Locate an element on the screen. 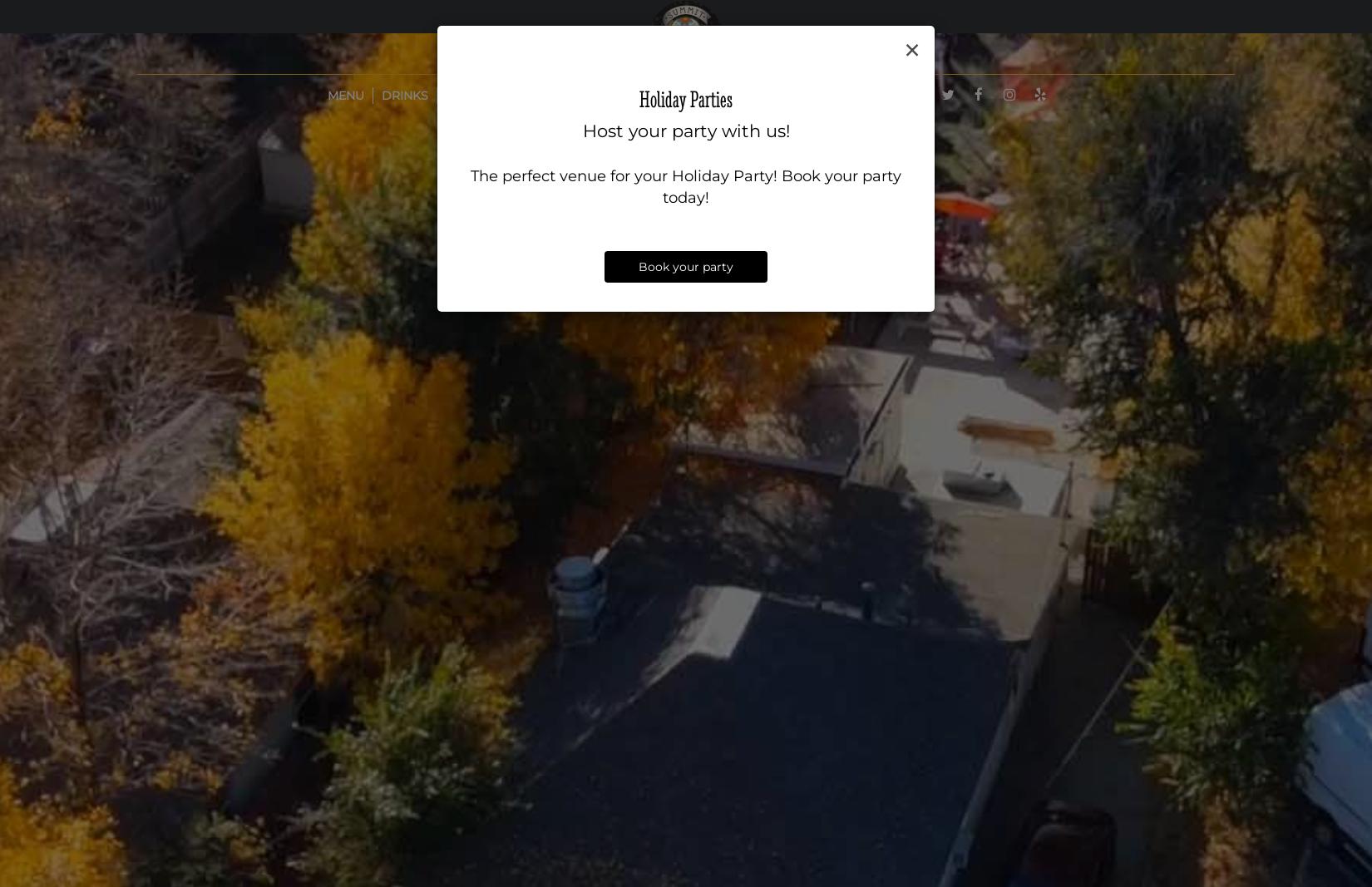 Image resolution: width=1372 pixels, height=887 pixels. 'Specials' is located at coordinates (472, 95).